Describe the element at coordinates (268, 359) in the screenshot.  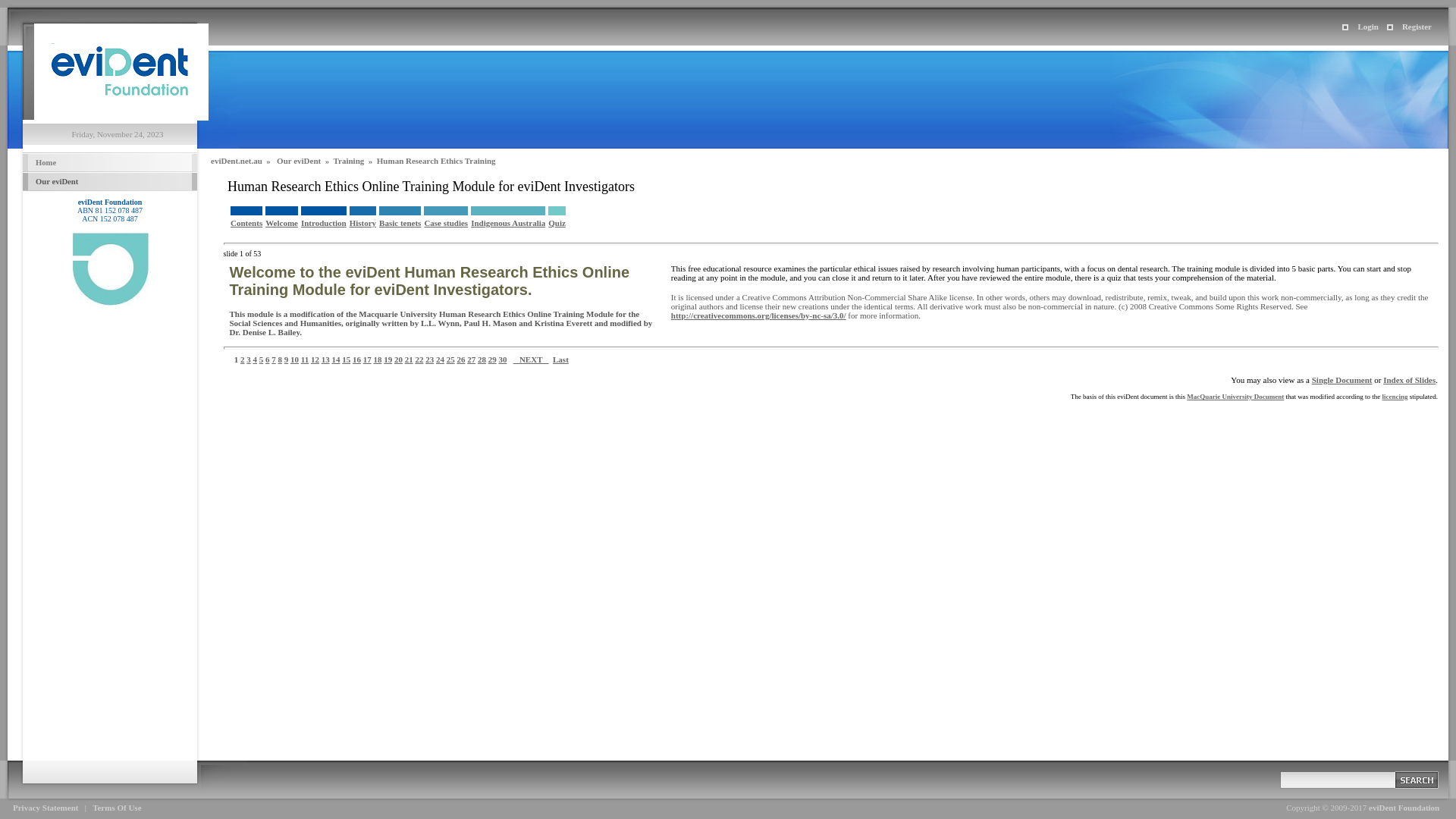
I see `'6'` at that location.